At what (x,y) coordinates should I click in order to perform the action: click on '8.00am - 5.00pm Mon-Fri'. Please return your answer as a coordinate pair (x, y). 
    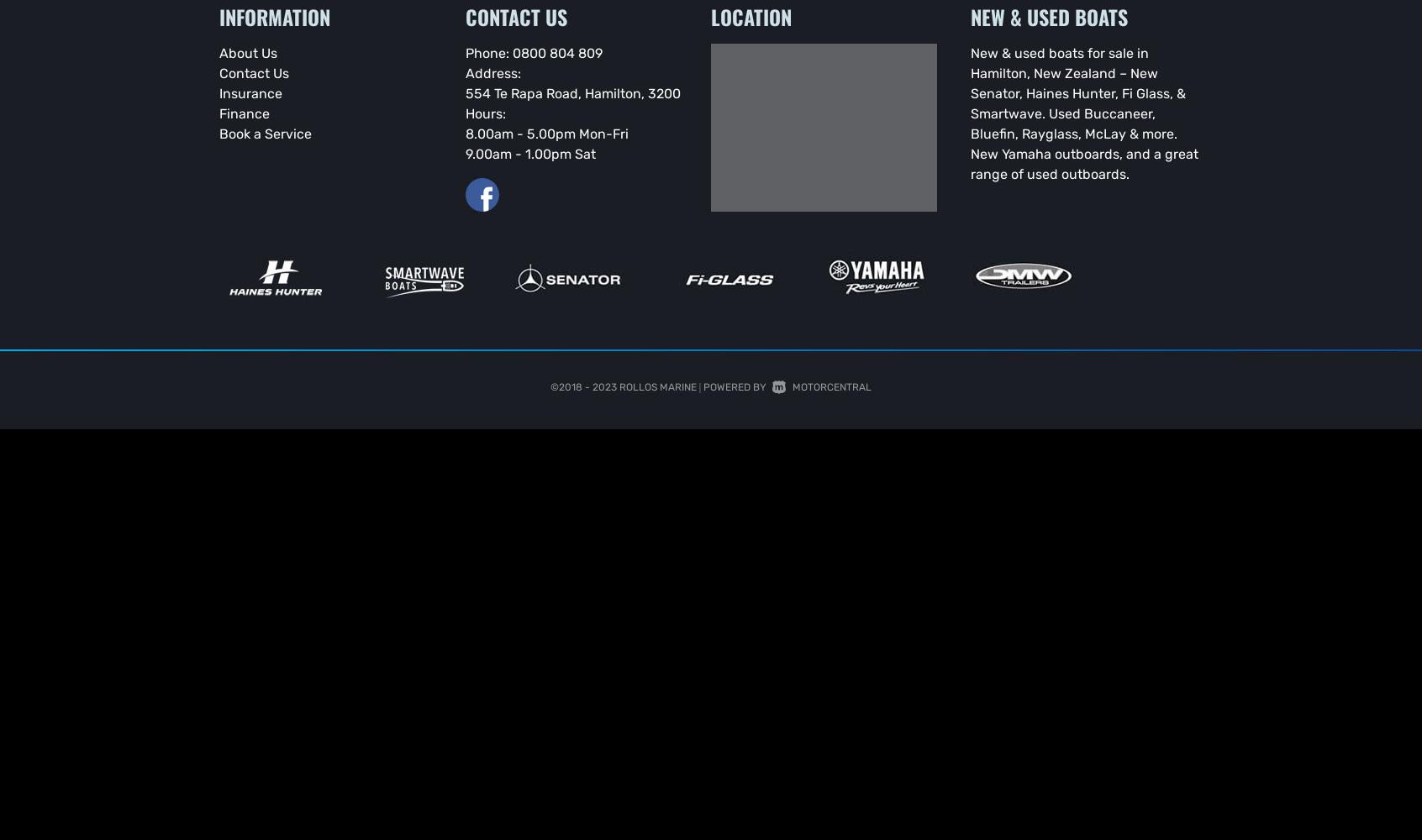
    Looking at the image, I should click on (546, 133).